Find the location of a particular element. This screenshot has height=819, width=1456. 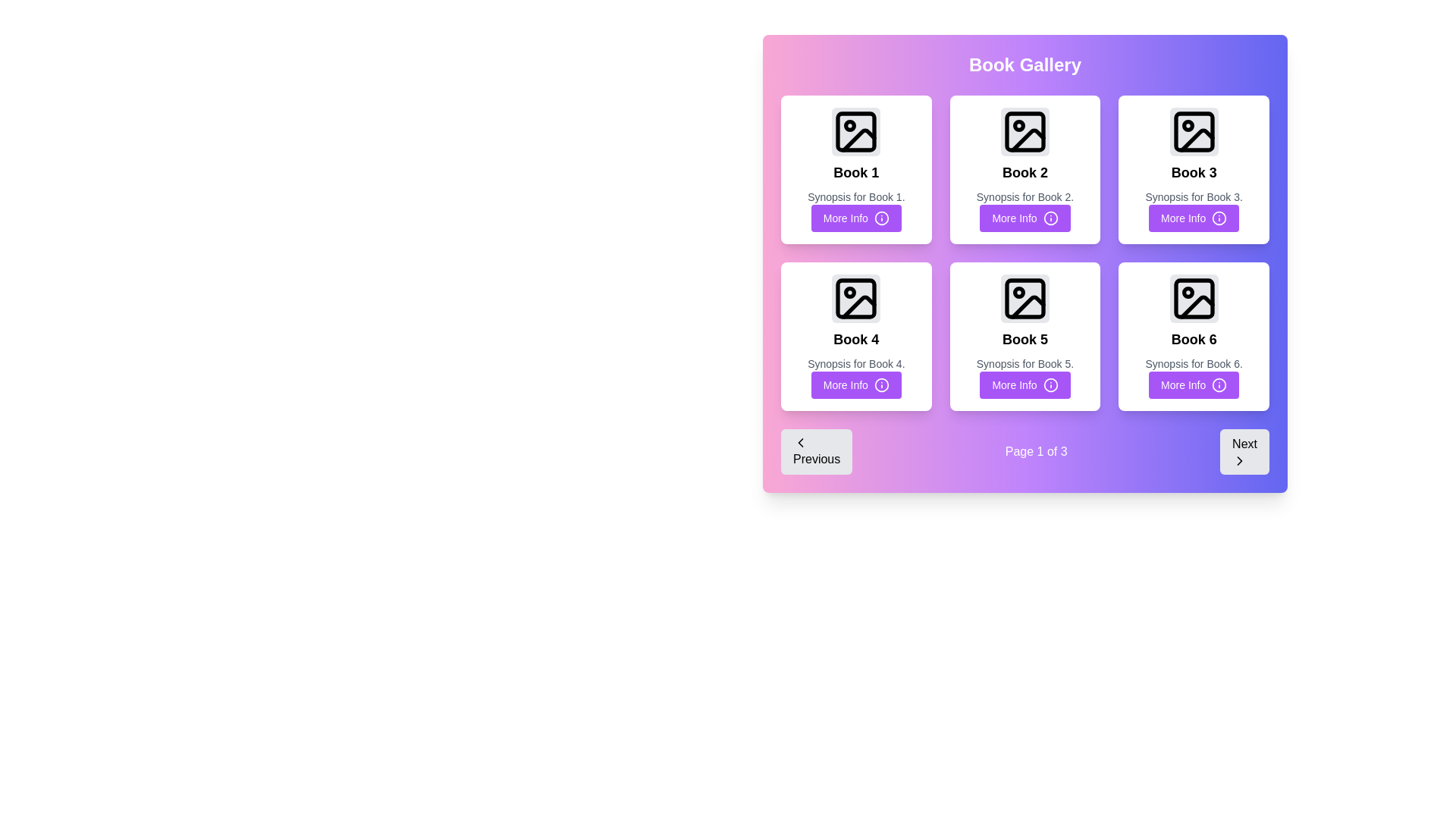

the Circular SVG element located adjacent to the 'More Info' button for Book 4 in the book gallery grid is located at coordinates (881, 384).